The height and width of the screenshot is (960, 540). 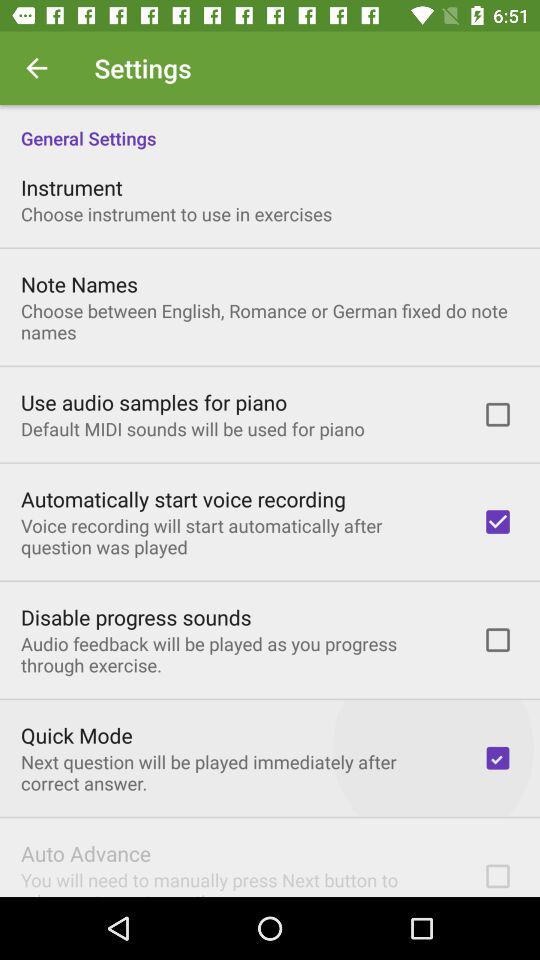 I want to click on the icon above the automatically start voice item, so click(x=192, y=429).